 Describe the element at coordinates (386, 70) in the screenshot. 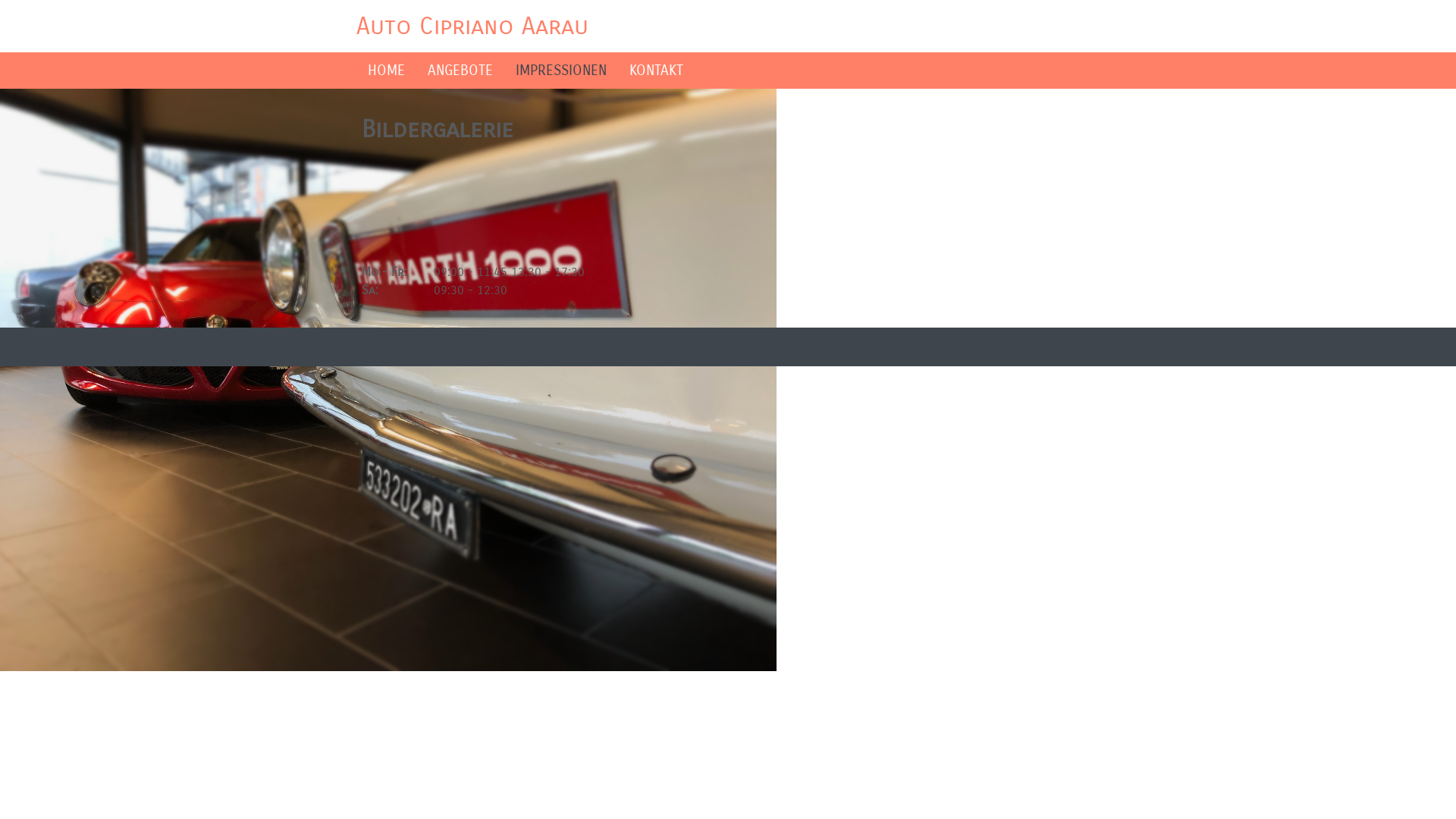

I see `'HOME'` at that location.